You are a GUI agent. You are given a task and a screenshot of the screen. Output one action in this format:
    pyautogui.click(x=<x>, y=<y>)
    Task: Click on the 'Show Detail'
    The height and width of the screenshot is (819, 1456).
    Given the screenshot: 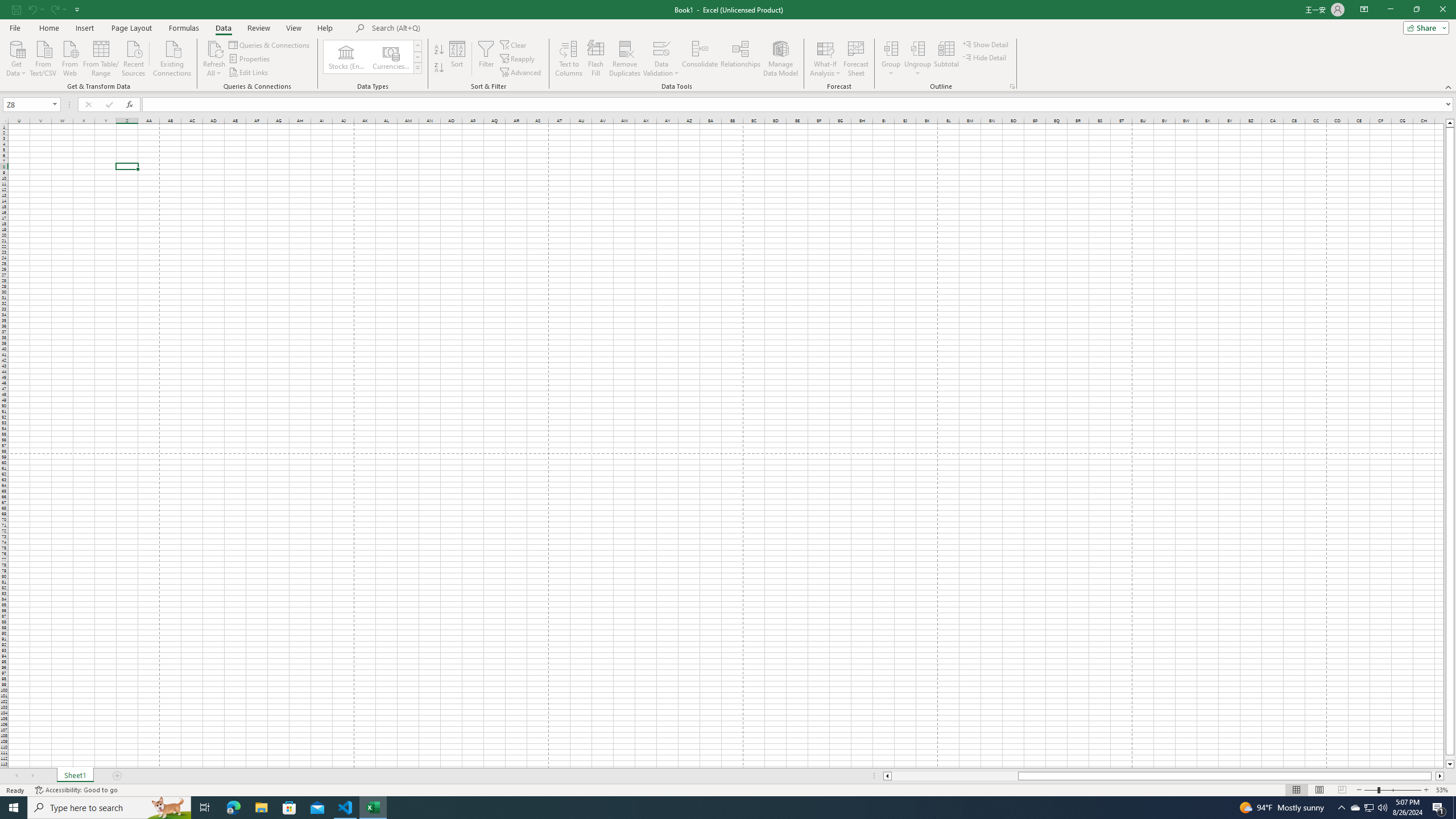 What is the action you would take?
    pyautogui.click(x=986, y=44)
    